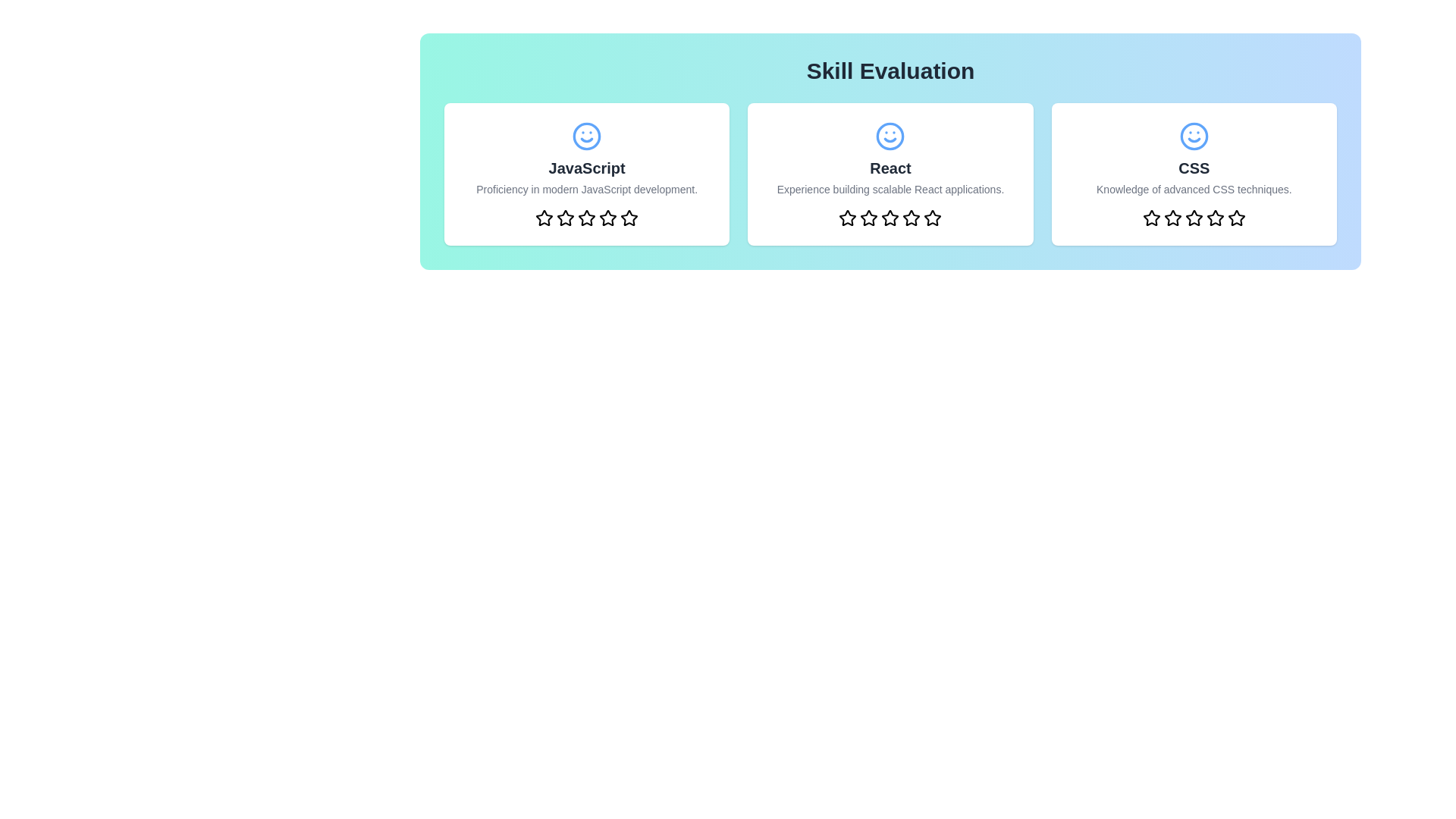 The height and width of the screenshot is (819, 1456). What do you see at coordinates (890, 71) in the screenshot?
I see `the title of the component labeled 'Skill Evaluation'` at bounding box center [890, 71].